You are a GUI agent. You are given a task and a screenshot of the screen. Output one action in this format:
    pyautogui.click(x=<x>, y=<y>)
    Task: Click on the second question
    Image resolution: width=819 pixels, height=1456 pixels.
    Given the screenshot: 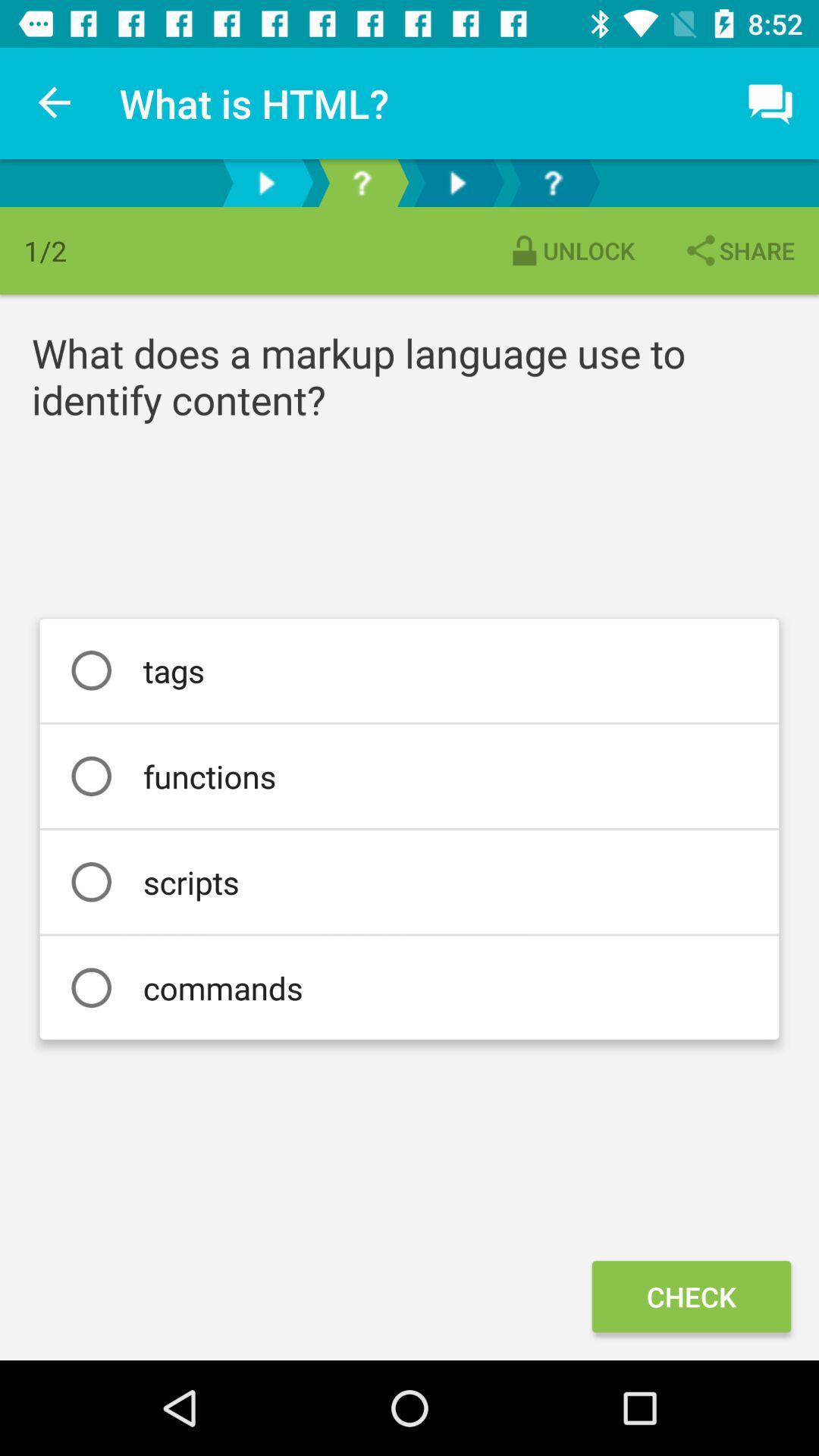 What is the action you would take?
    pyautogui.click(x=553, y=182)
    